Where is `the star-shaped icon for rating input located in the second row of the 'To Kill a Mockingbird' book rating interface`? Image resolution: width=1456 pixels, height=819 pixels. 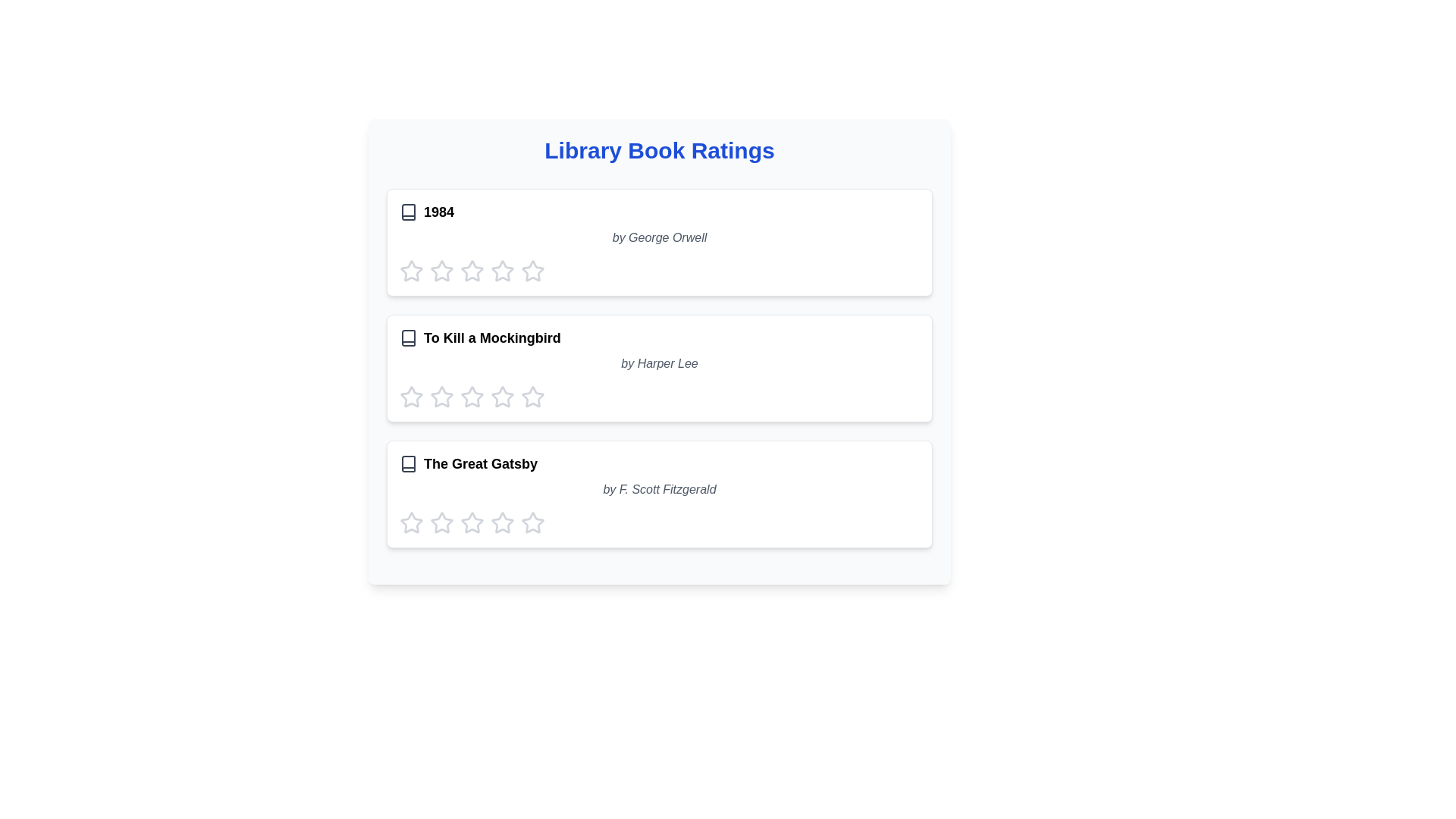 the star-shaped icon for rating input located in the second row of the 'To Kill a Mockingbird' book rating interface is located at coordinates (441, 396).